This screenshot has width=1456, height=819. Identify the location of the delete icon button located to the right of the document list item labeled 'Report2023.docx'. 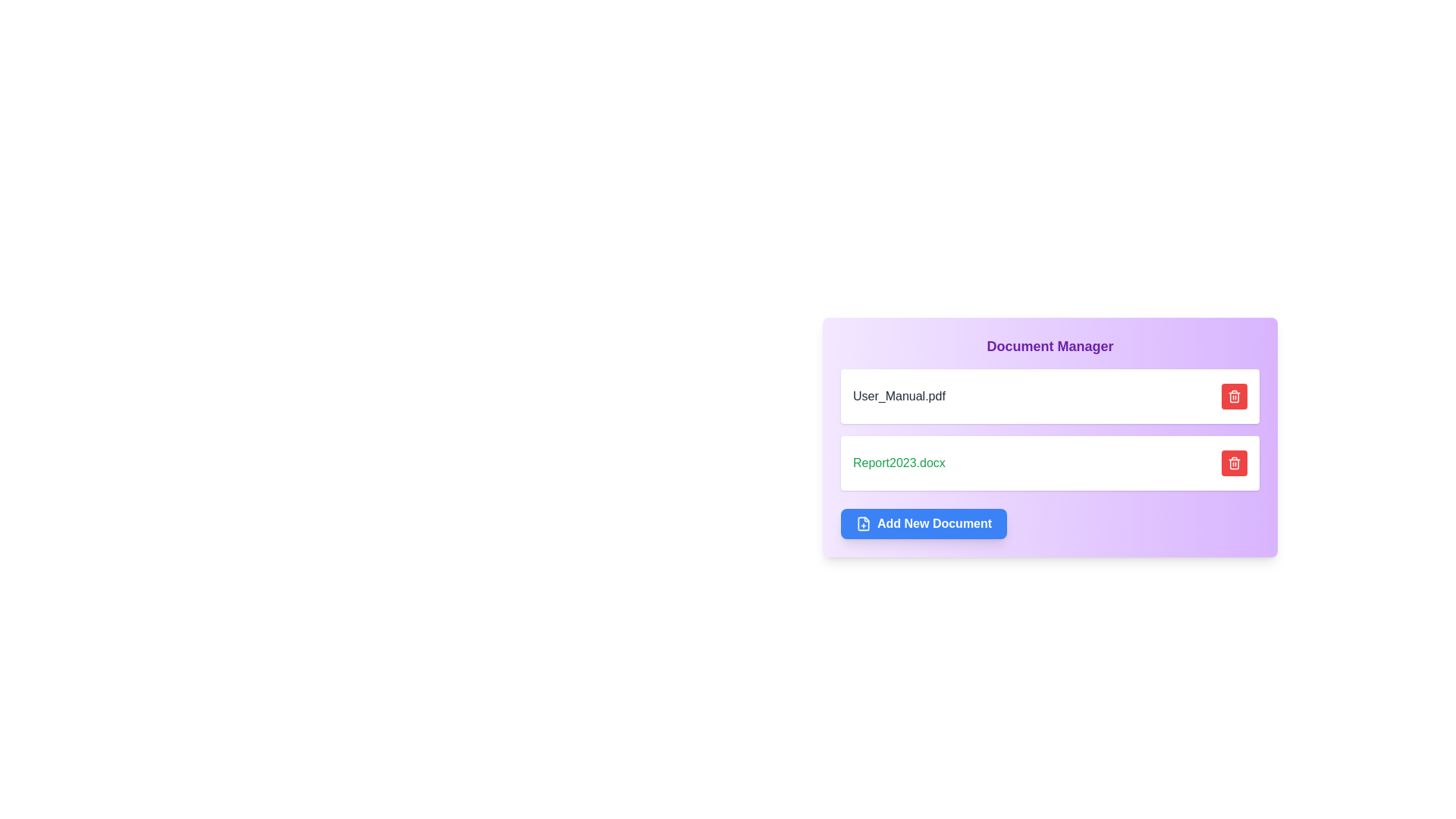
(1234, 462).